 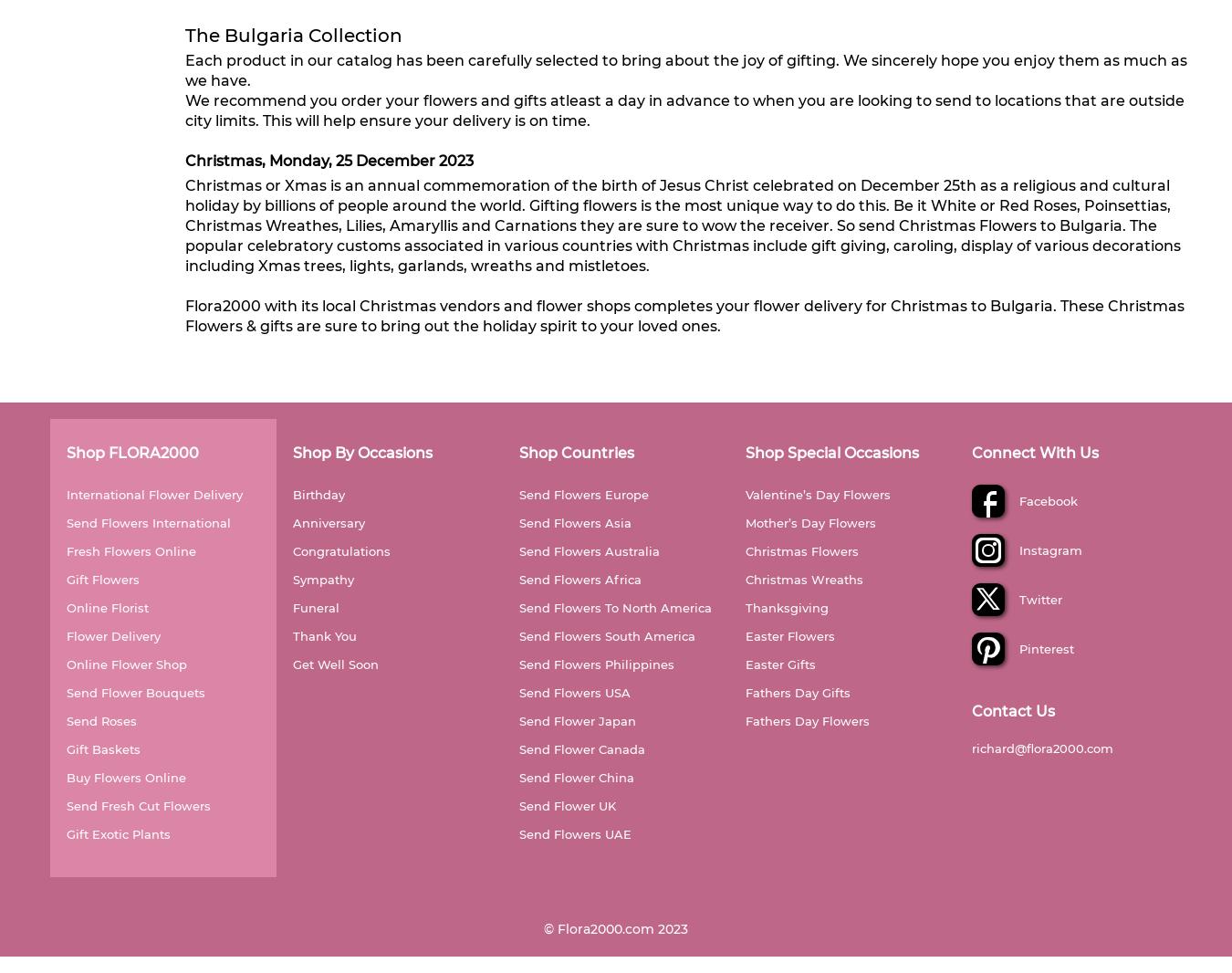 I want to click on 'Valentine’s Day Flowers', so click(x=818, y=493).